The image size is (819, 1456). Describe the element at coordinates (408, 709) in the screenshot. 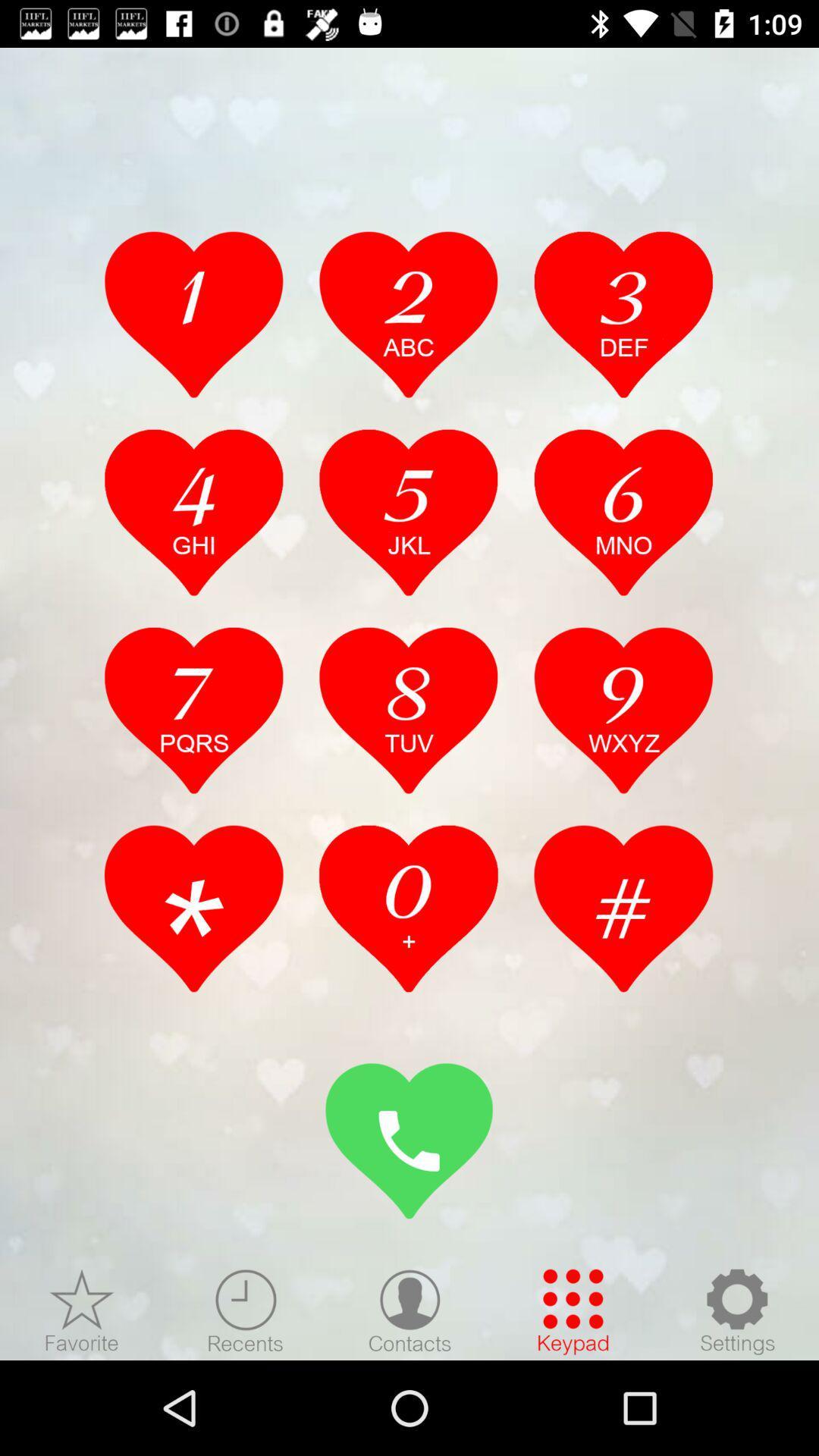

I see `num select option` at that location.